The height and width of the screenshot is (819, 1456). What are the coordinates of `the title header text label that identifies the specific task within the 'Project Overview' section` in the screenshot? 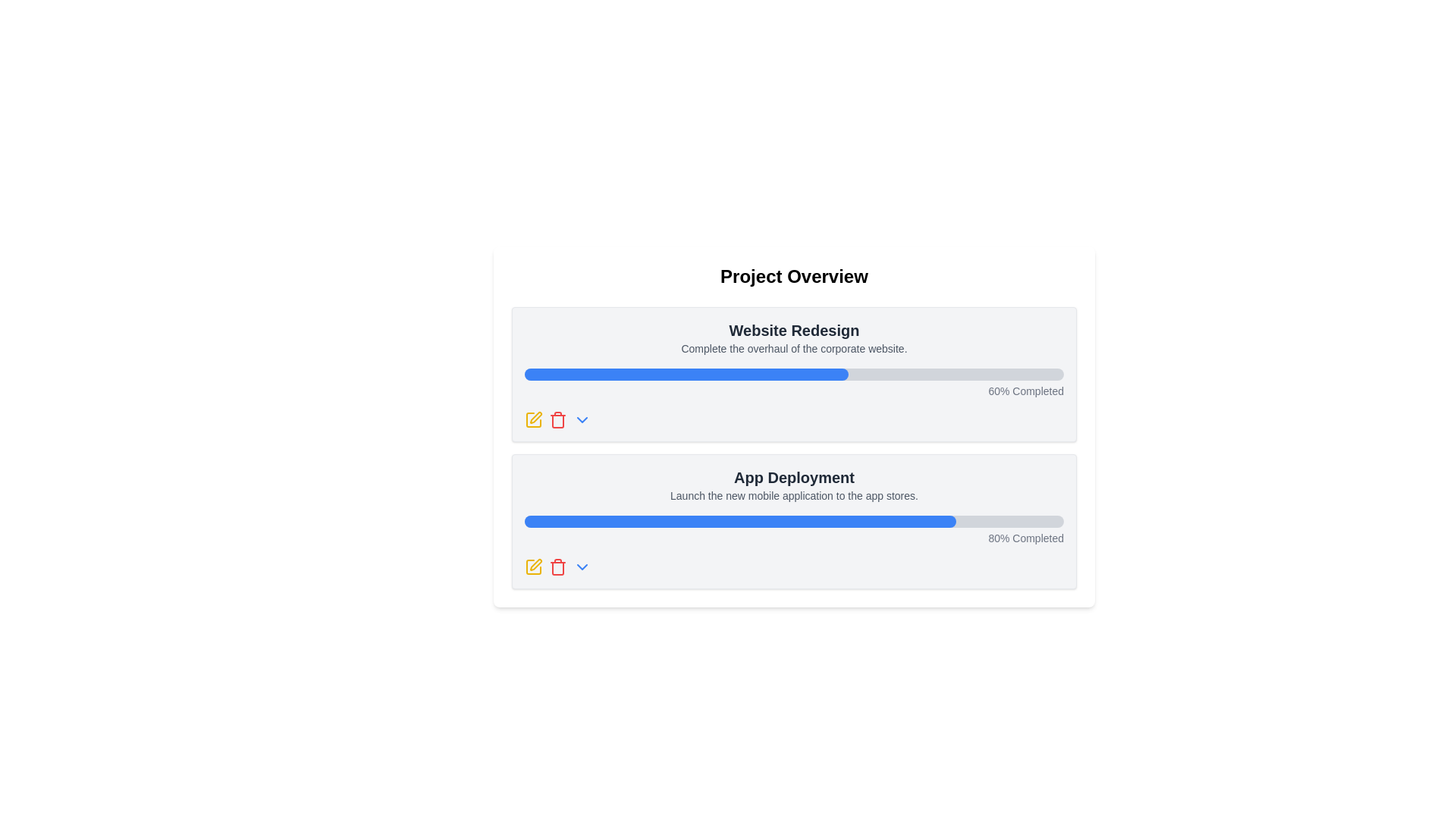 It's located at (793, 329).